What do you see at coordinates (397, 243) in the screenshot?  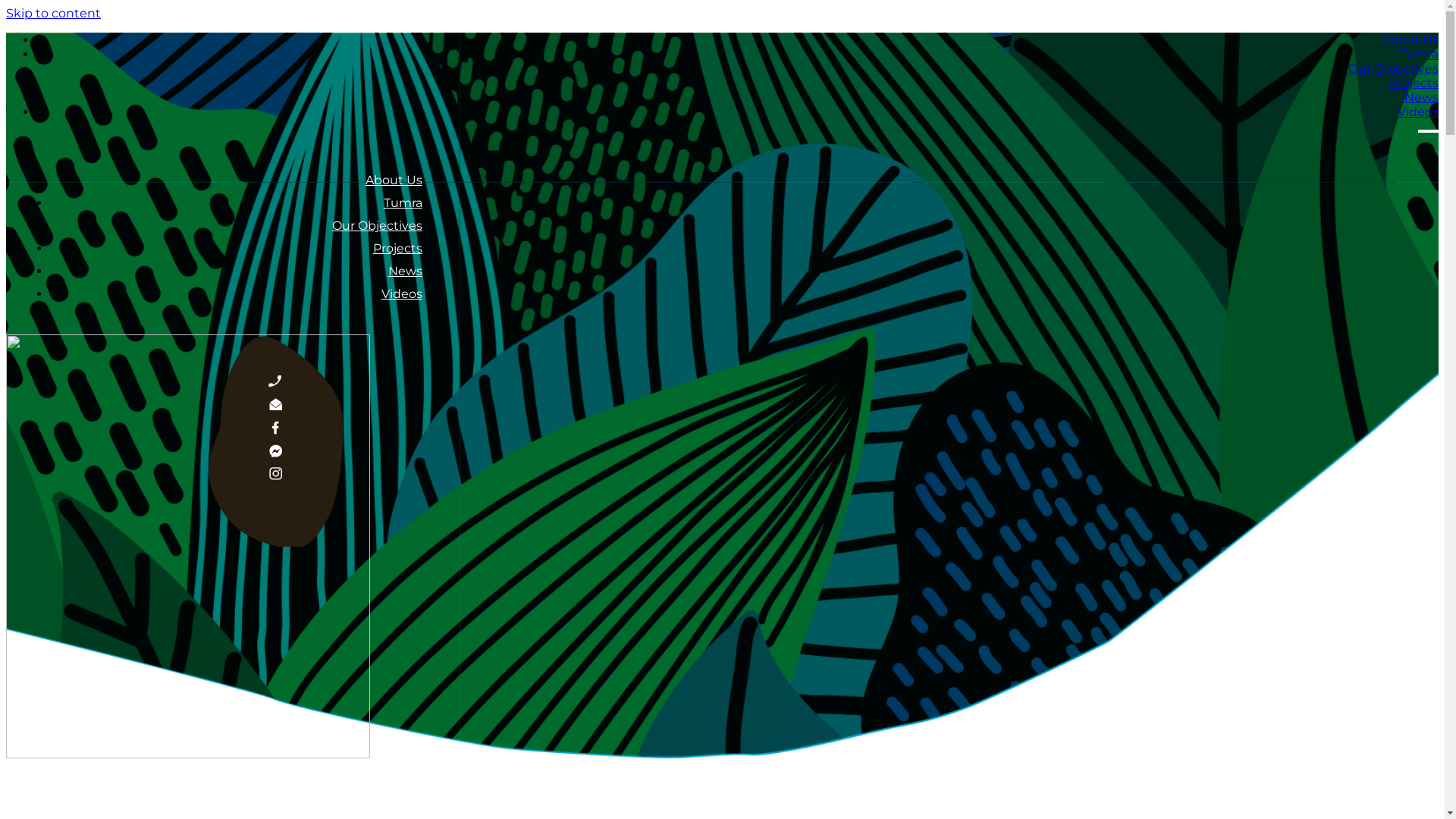 I see `'Projects'` at bounding box center [397, 243].